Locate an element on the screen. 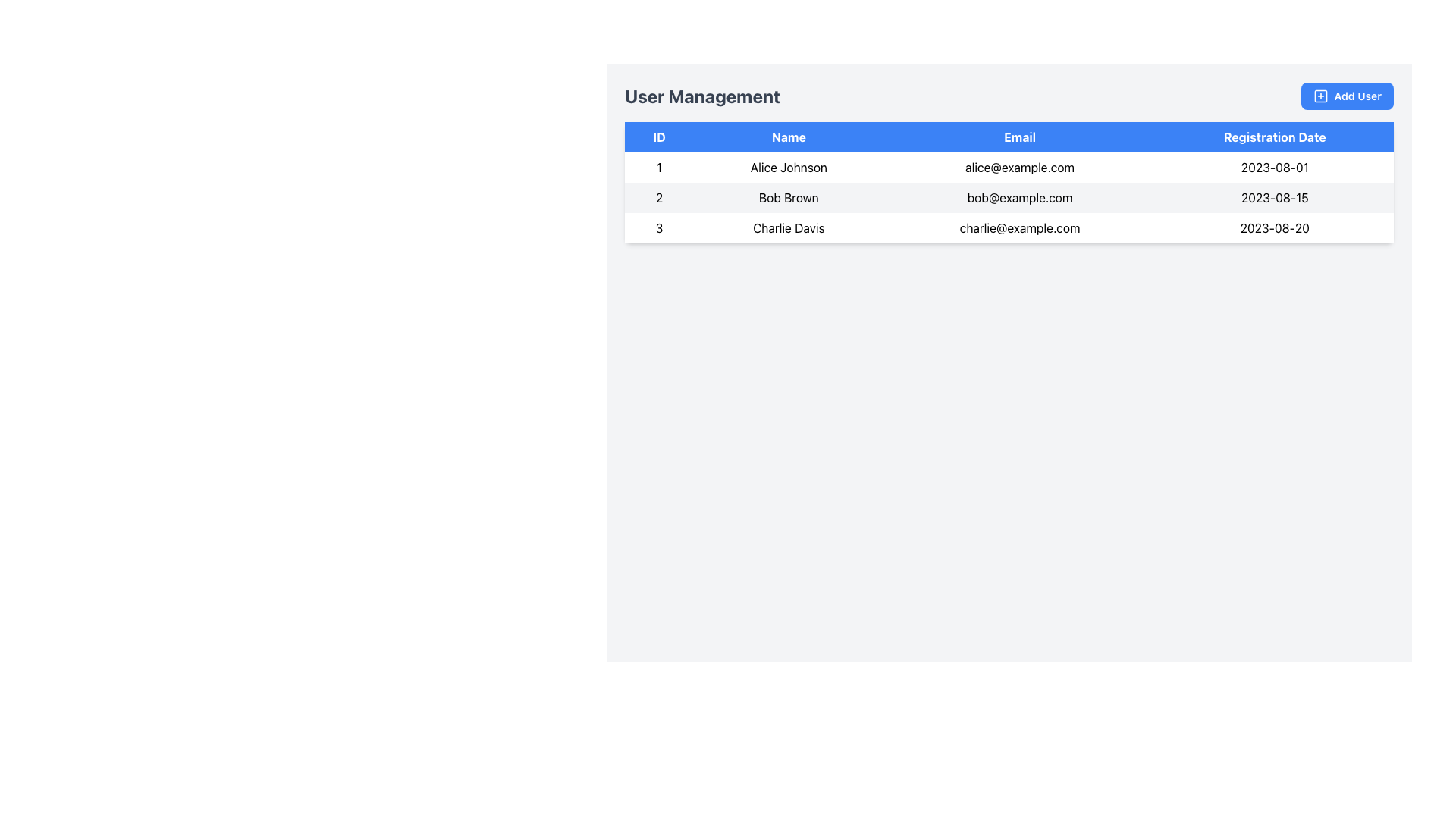  the first TableRow displaying information about user 'Alice Johnson' is located at coordinates (1009, 167).